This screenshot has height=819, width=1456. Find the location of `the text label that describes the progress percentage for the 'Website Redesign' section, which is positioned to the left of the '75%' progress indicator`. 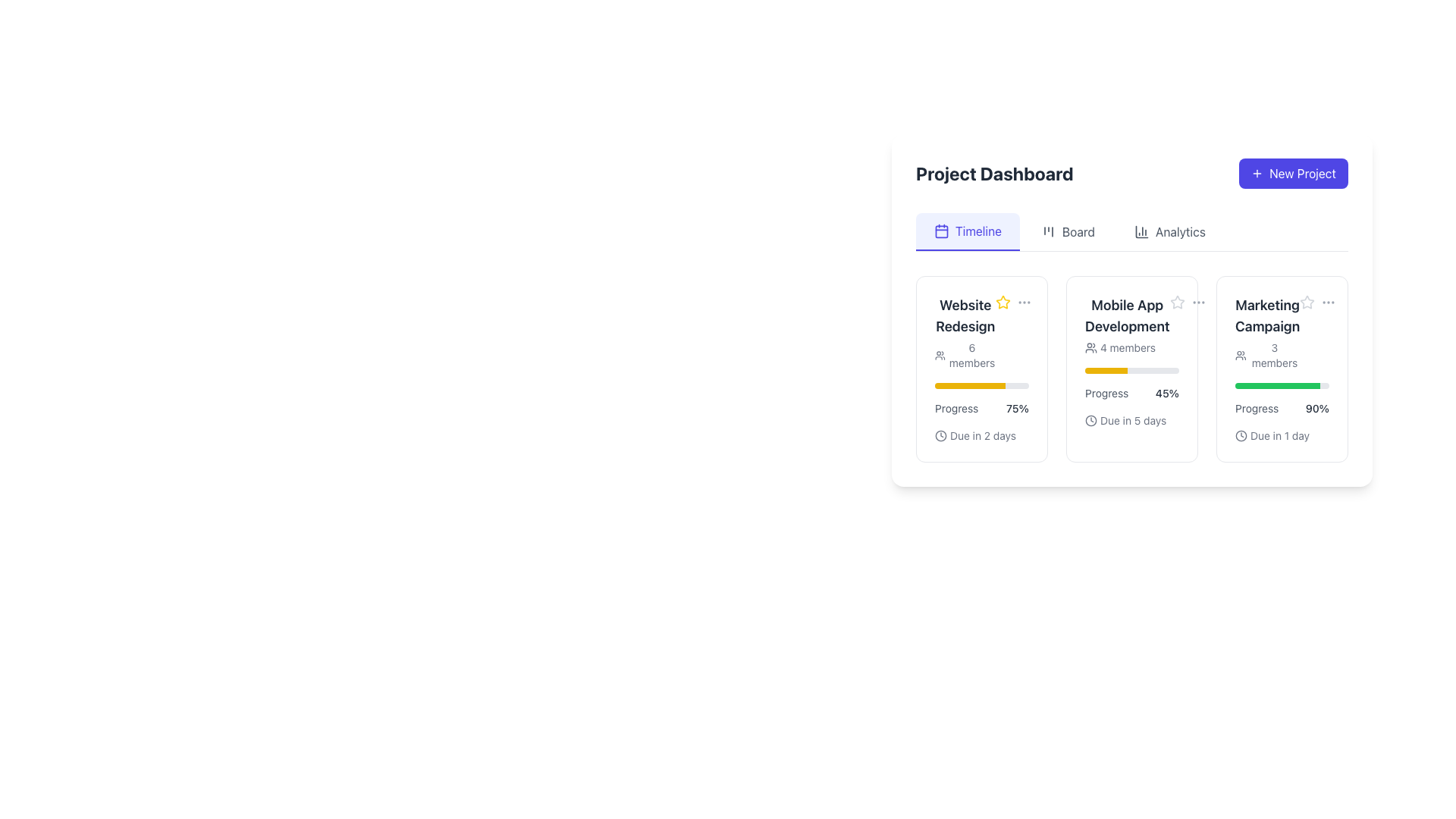

the text label that describes the progress percentage for the 'Website Redesign' section, which is positioned to the left of the '75%' progress indicator is located at coordinates (955, 408).